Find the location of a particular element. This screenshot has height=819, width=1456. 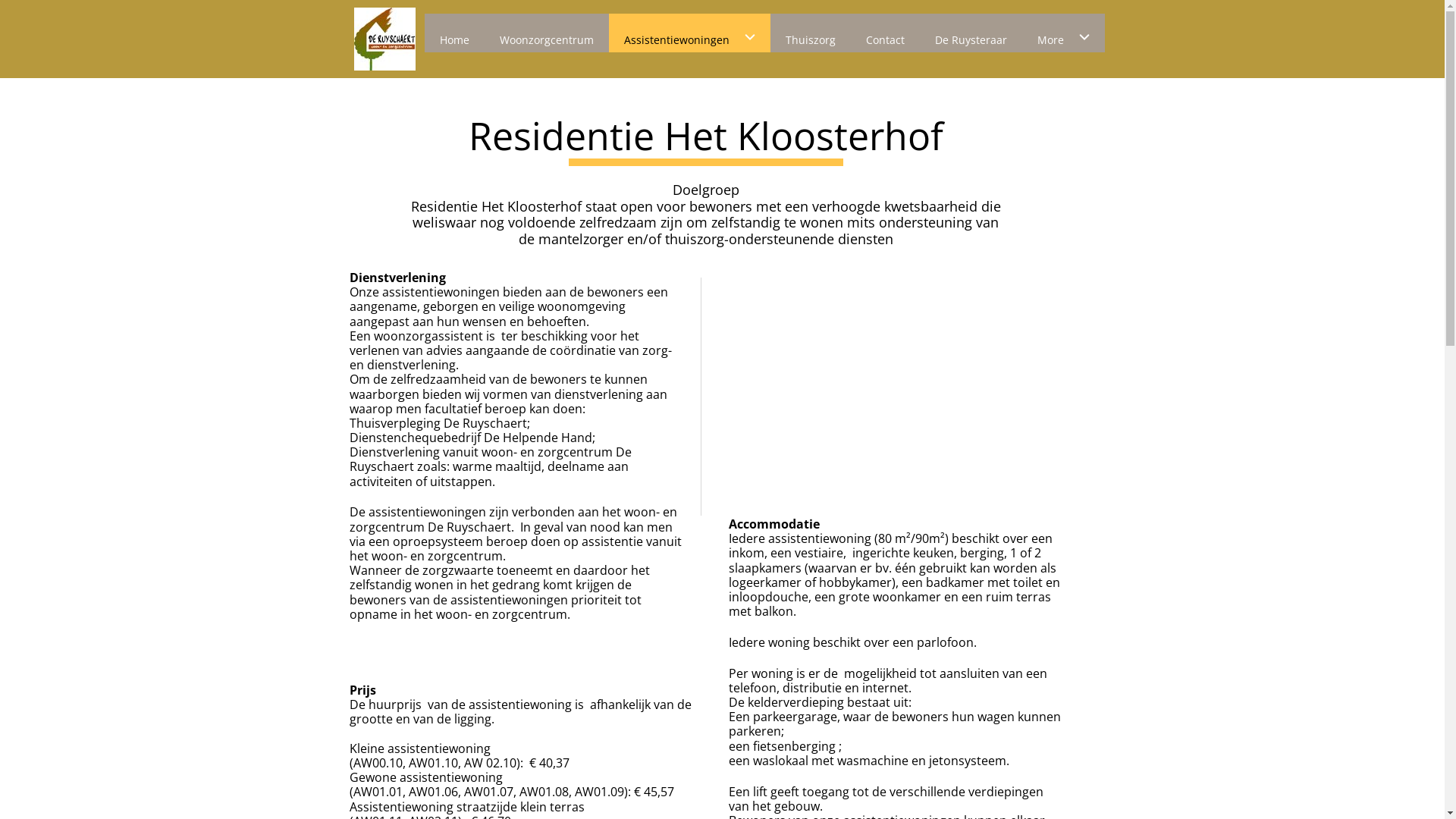

'De Ruysteraar' is located at coordinates (969, 33).